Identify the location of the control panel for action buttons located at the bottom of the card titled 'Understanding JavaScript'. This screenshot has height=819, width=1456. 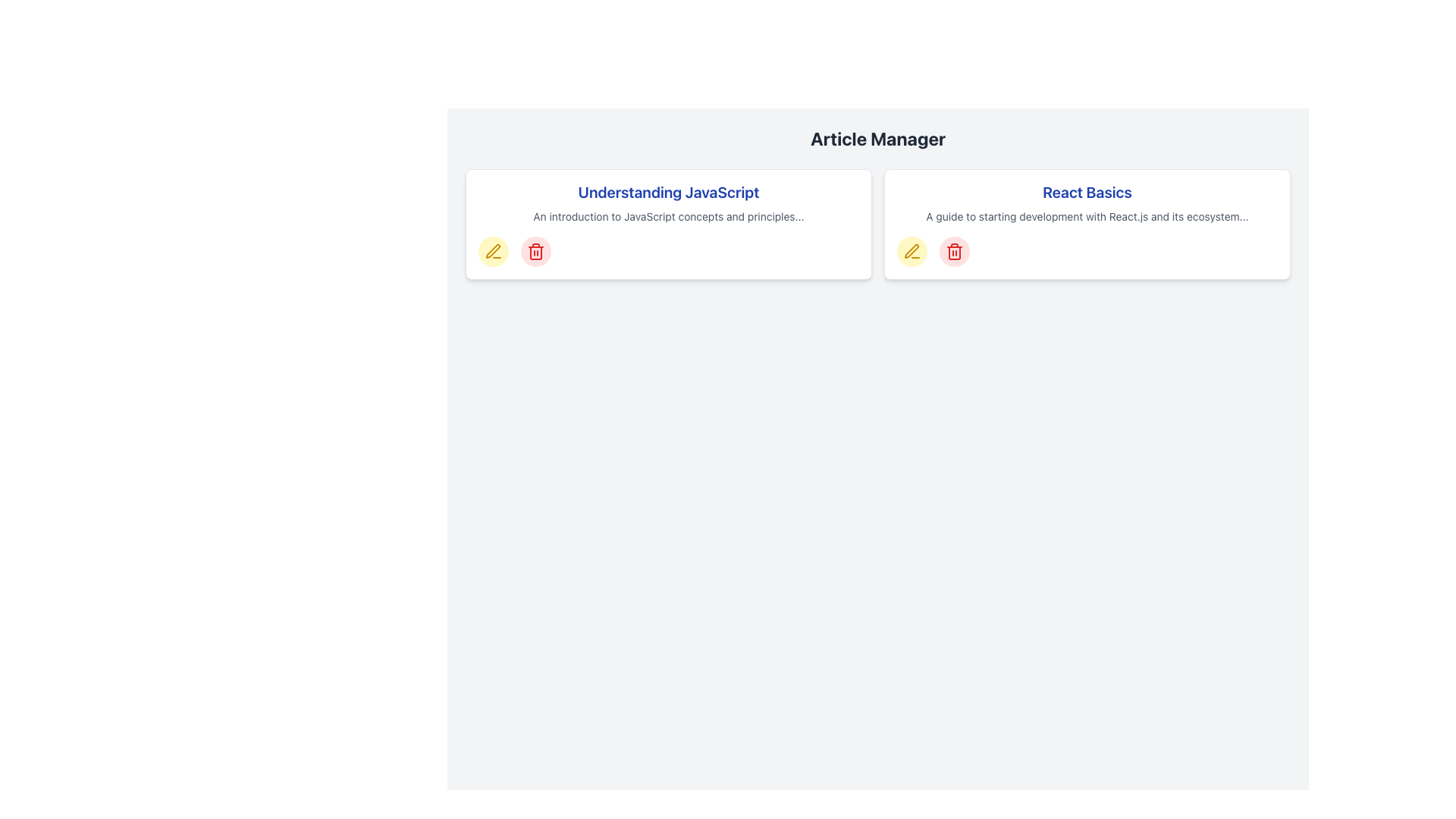
(668, 250).